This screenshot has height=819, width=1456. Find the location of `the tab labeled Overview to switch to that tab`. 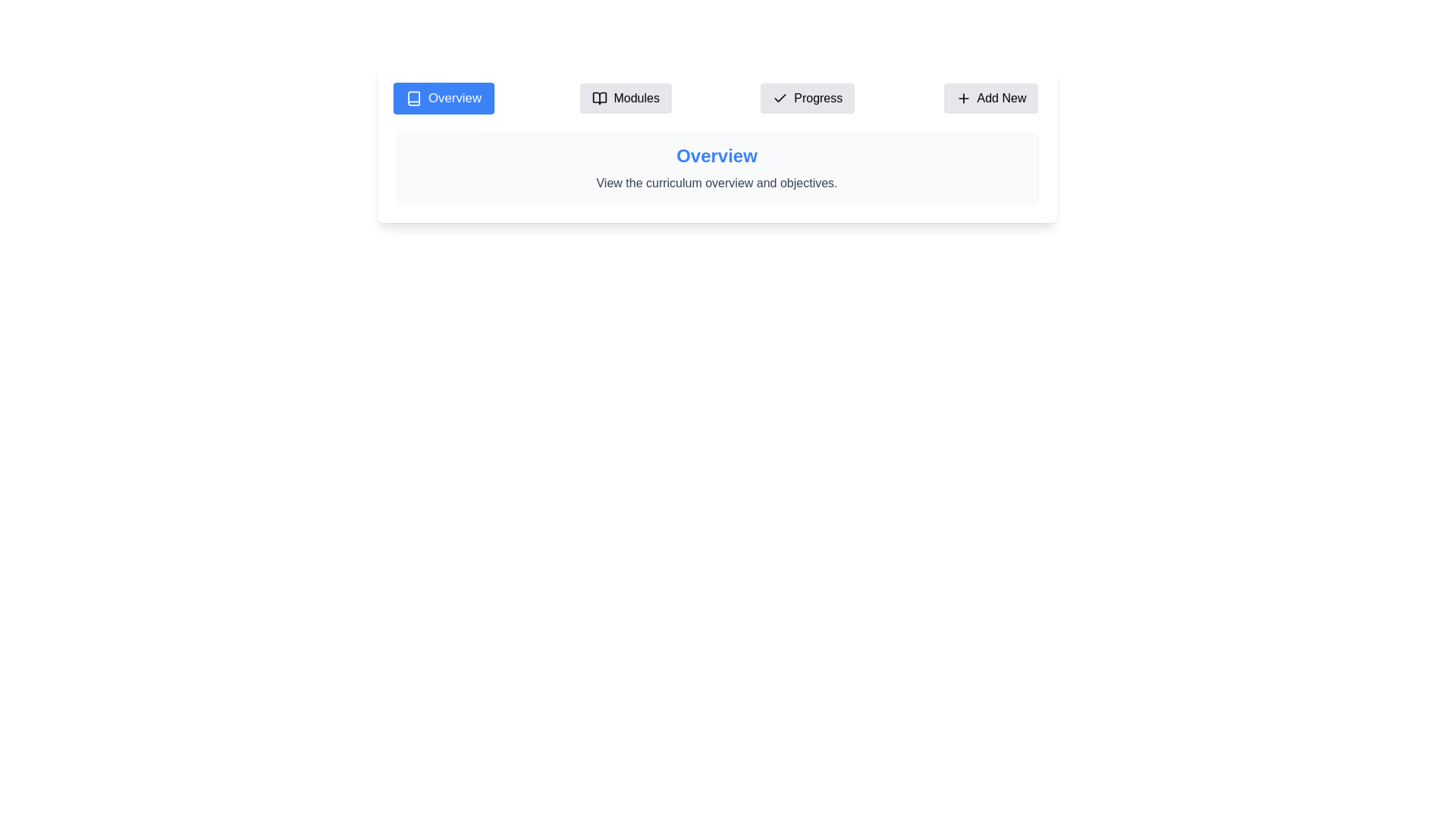

the tab labeled Overview to switch to that tab is located at coordinates (442, 99).